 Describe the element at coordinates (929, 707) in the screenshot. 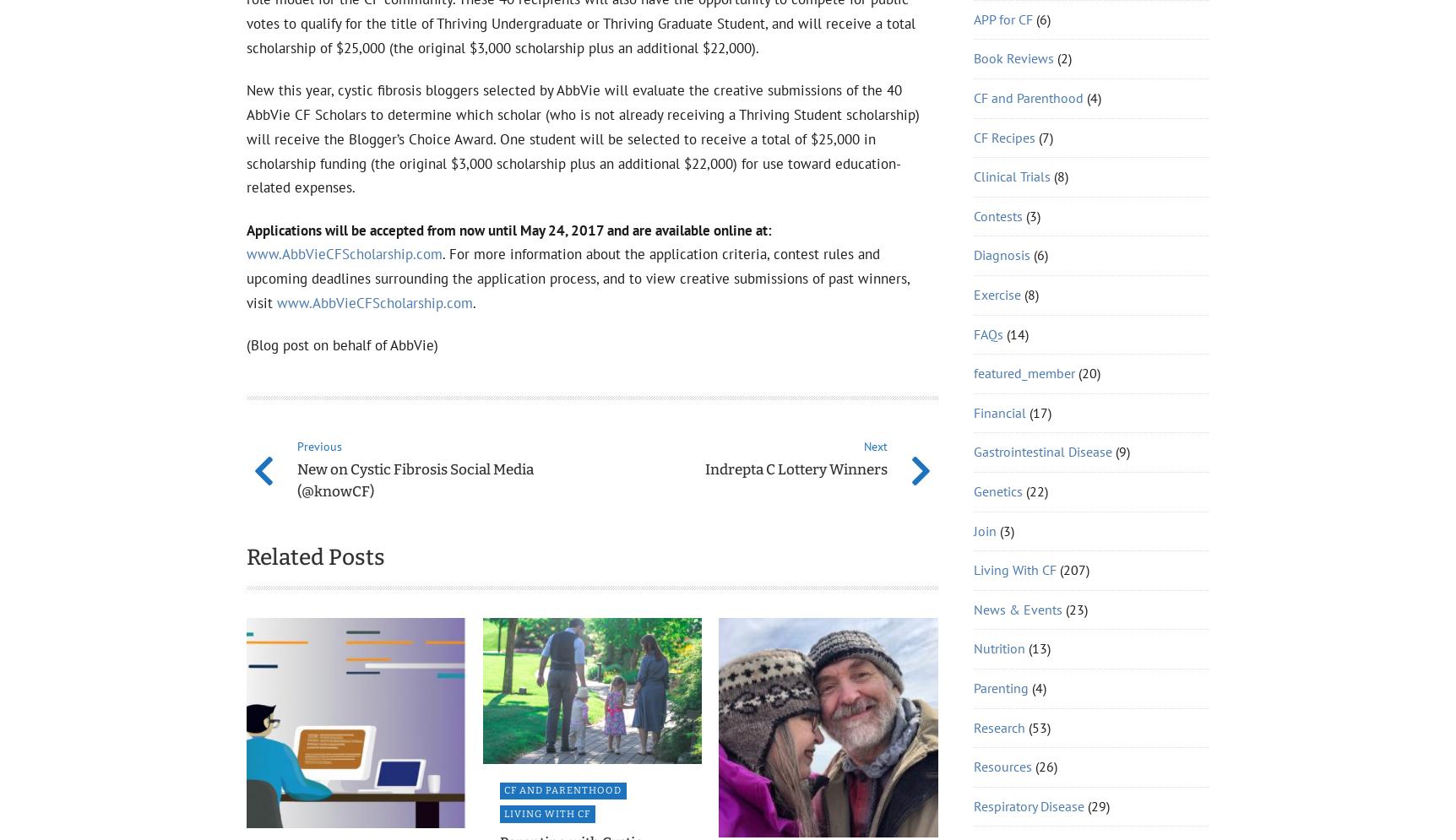

I see `'501(c)(3)'` at that location.